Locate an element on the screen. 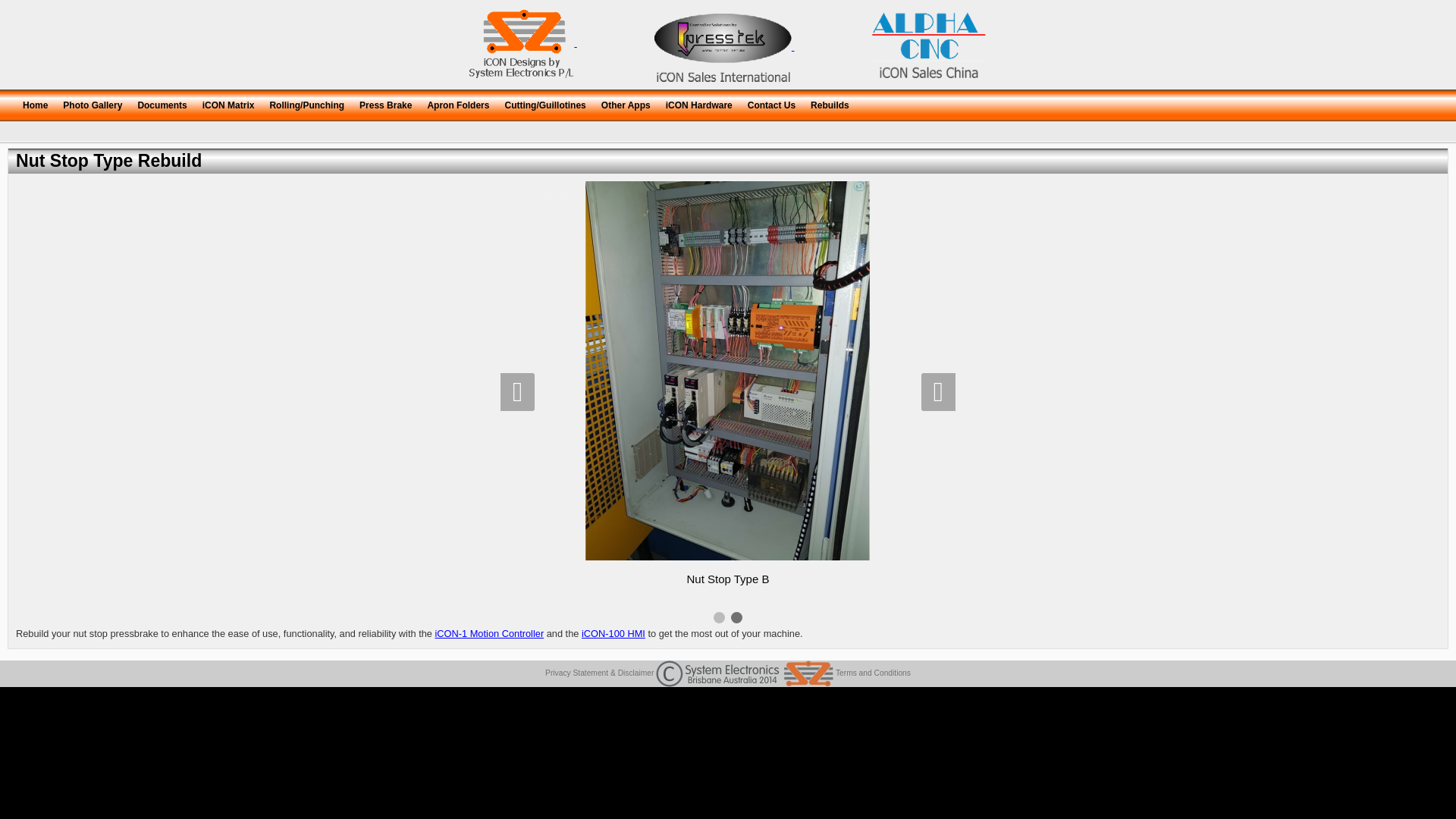 The width and height of the screenshot is (1456, 819). 'Cutting/Guillotines' is located at coordinates (544, 102).